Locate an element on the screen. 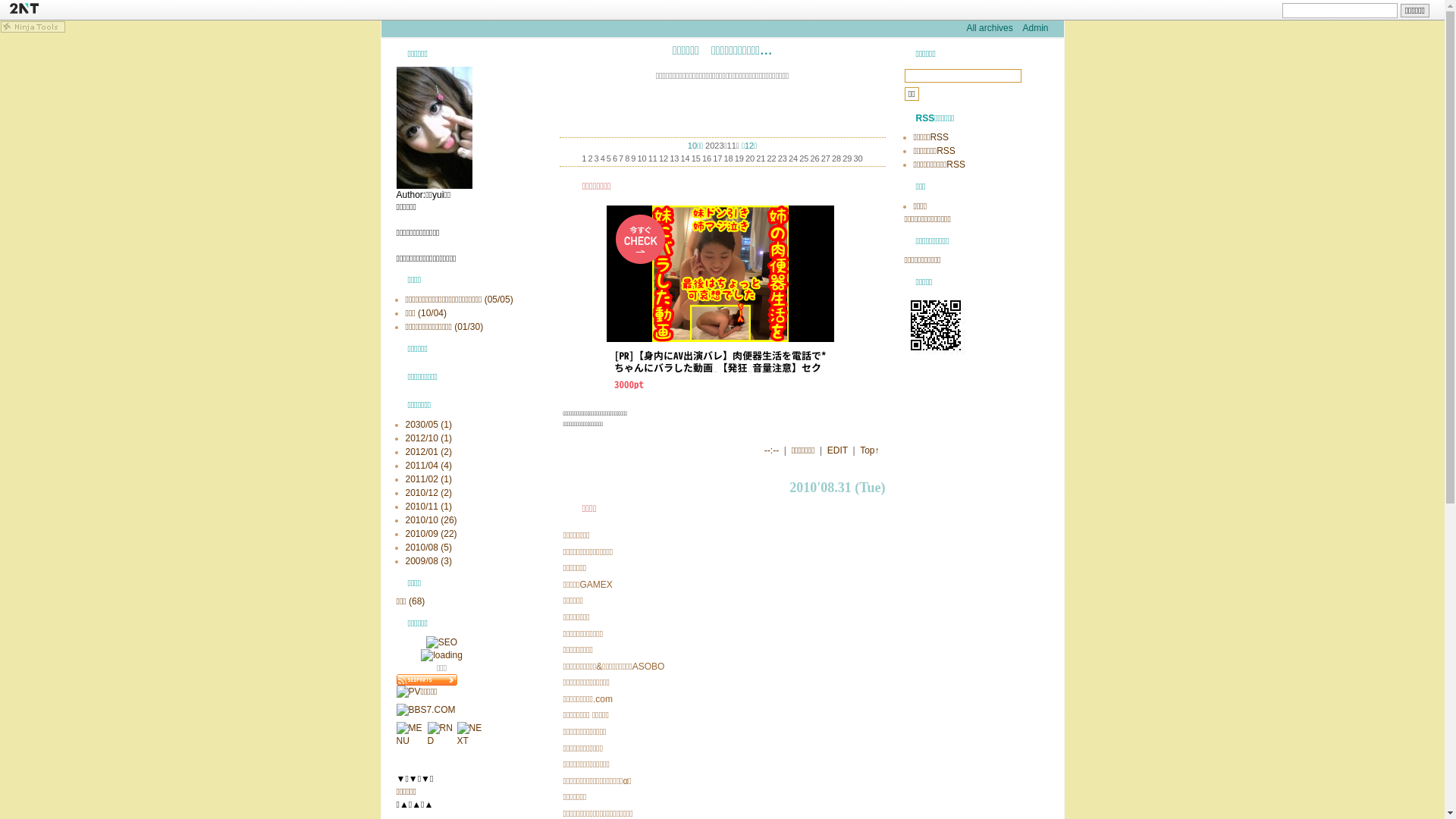 The height and width of the screenshot is (819, 1456). '2030/05 (1)' is located at coordinates (404, 424).